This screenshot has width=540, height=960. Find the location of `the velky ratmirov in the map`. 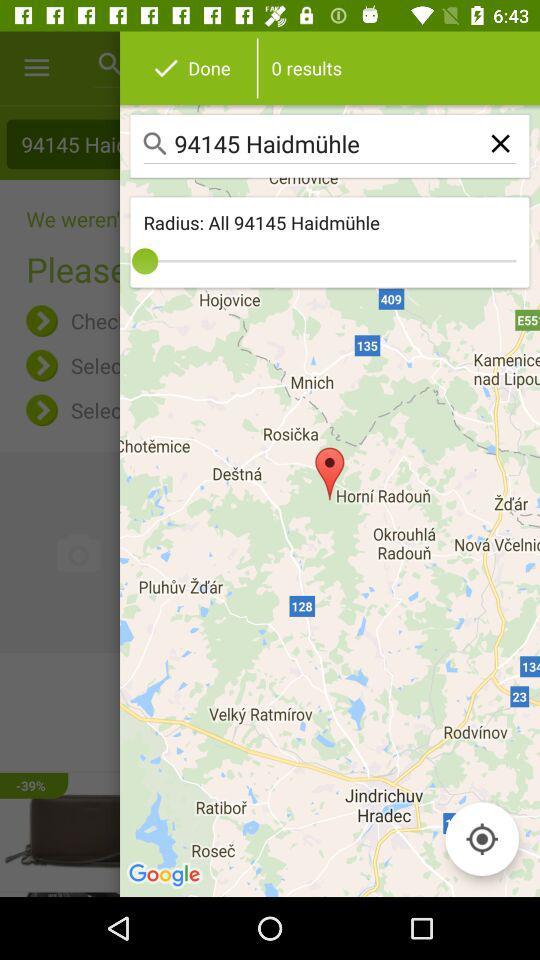

the velky ratmirov in the map is located at coordinates (270, 712).